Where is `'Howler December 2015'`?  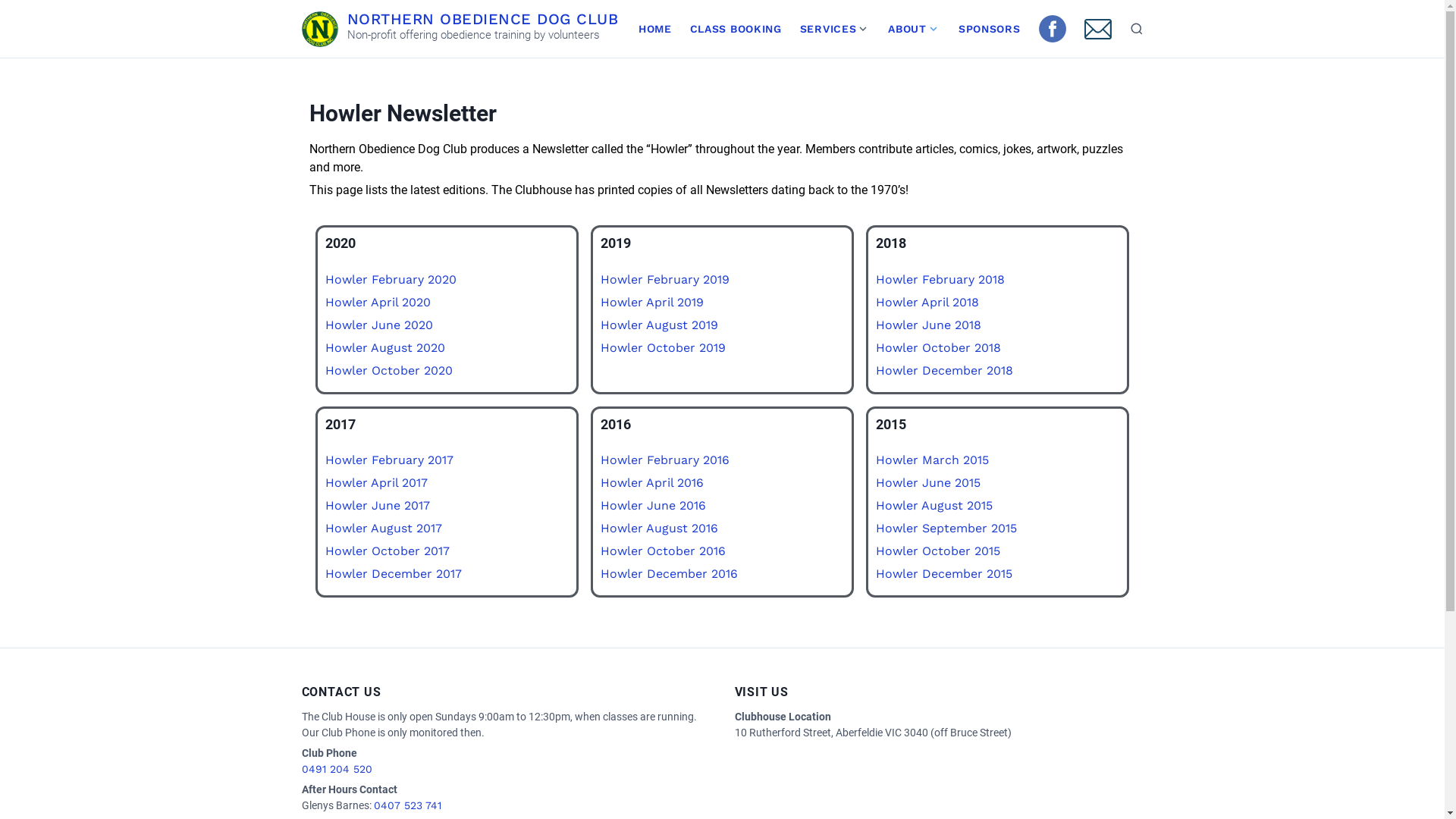
'Howler December 2015' is located at coordinates (876, 573).